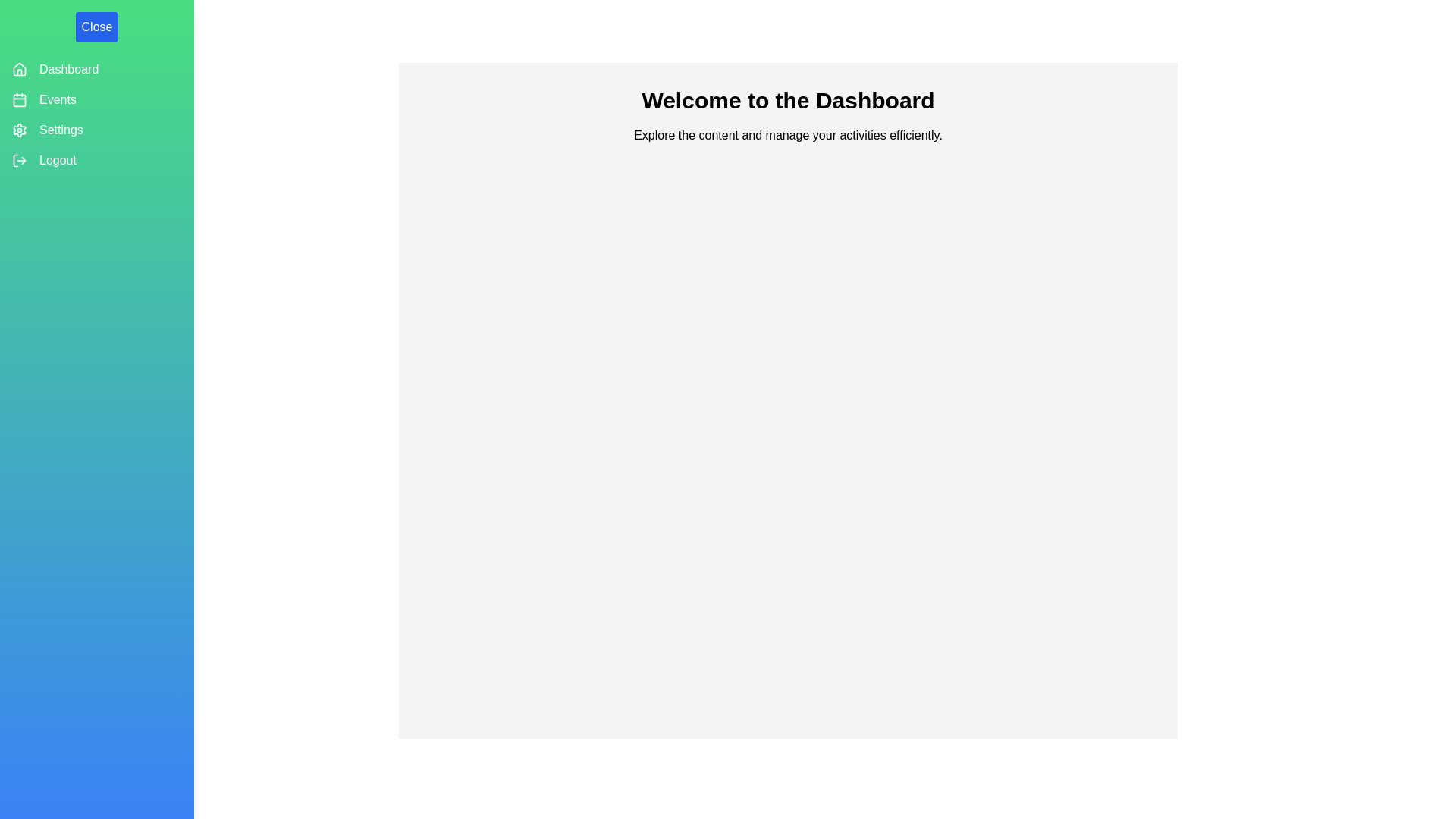  What do you see at coordinates (96, 161) in the screenshot?
I see `the 'Logout' button in the navigation drawer` at bounding box center [96, 161].